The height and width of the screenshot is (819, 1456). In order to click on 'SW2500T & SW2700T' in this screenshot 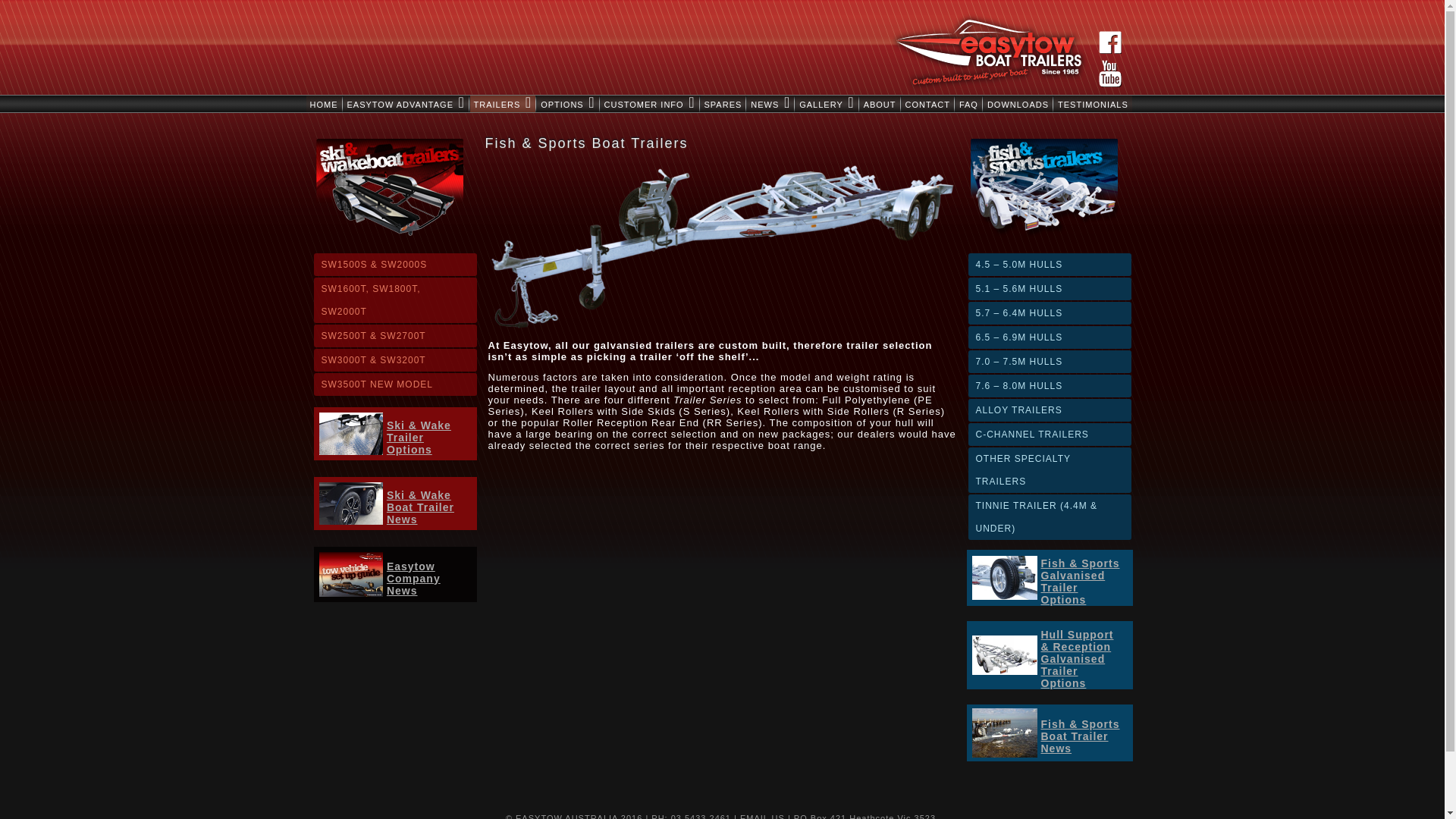, I will do `click(395, 335)`.